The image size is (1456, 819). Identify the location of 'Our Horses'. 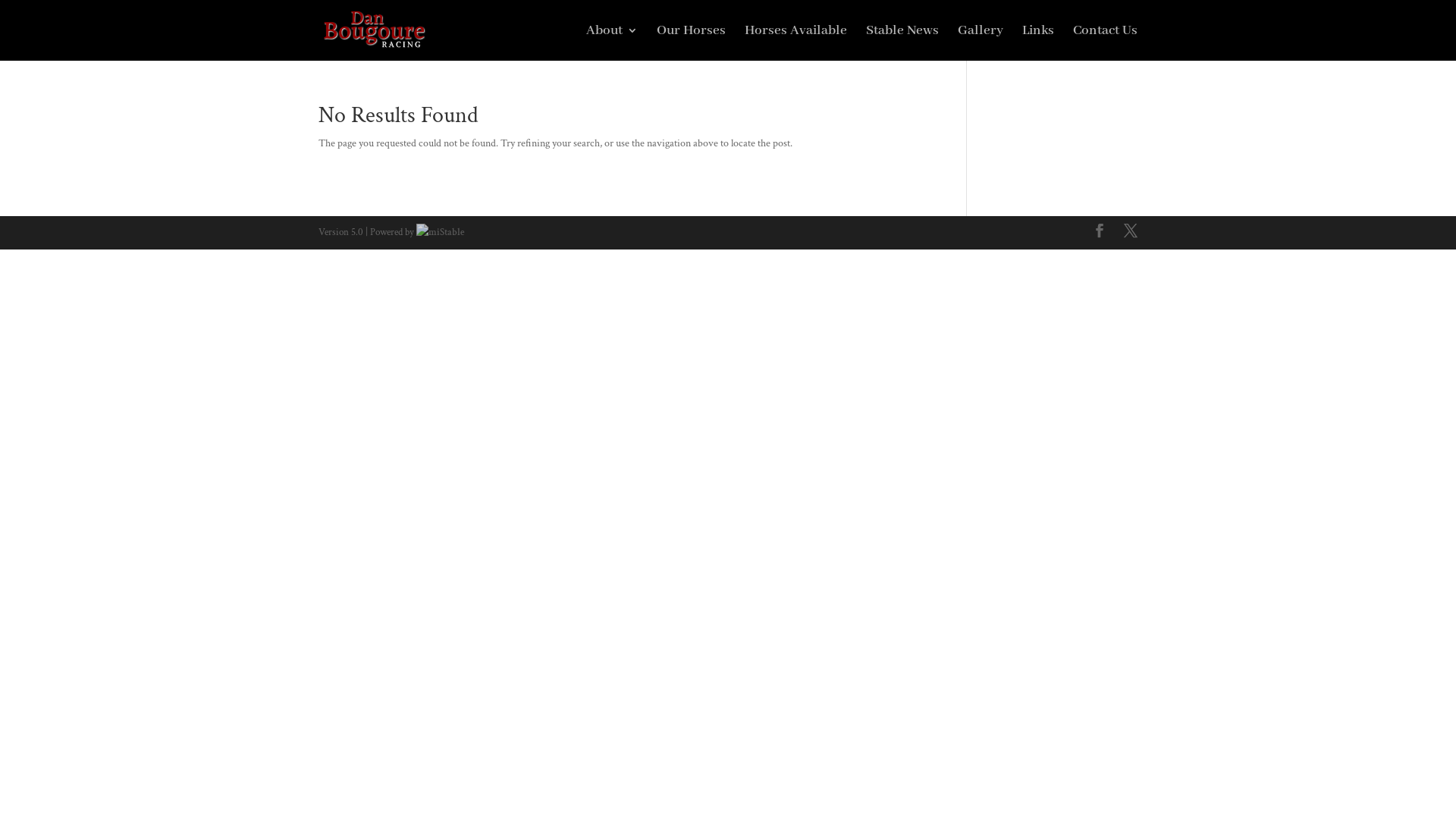
(690, 42).